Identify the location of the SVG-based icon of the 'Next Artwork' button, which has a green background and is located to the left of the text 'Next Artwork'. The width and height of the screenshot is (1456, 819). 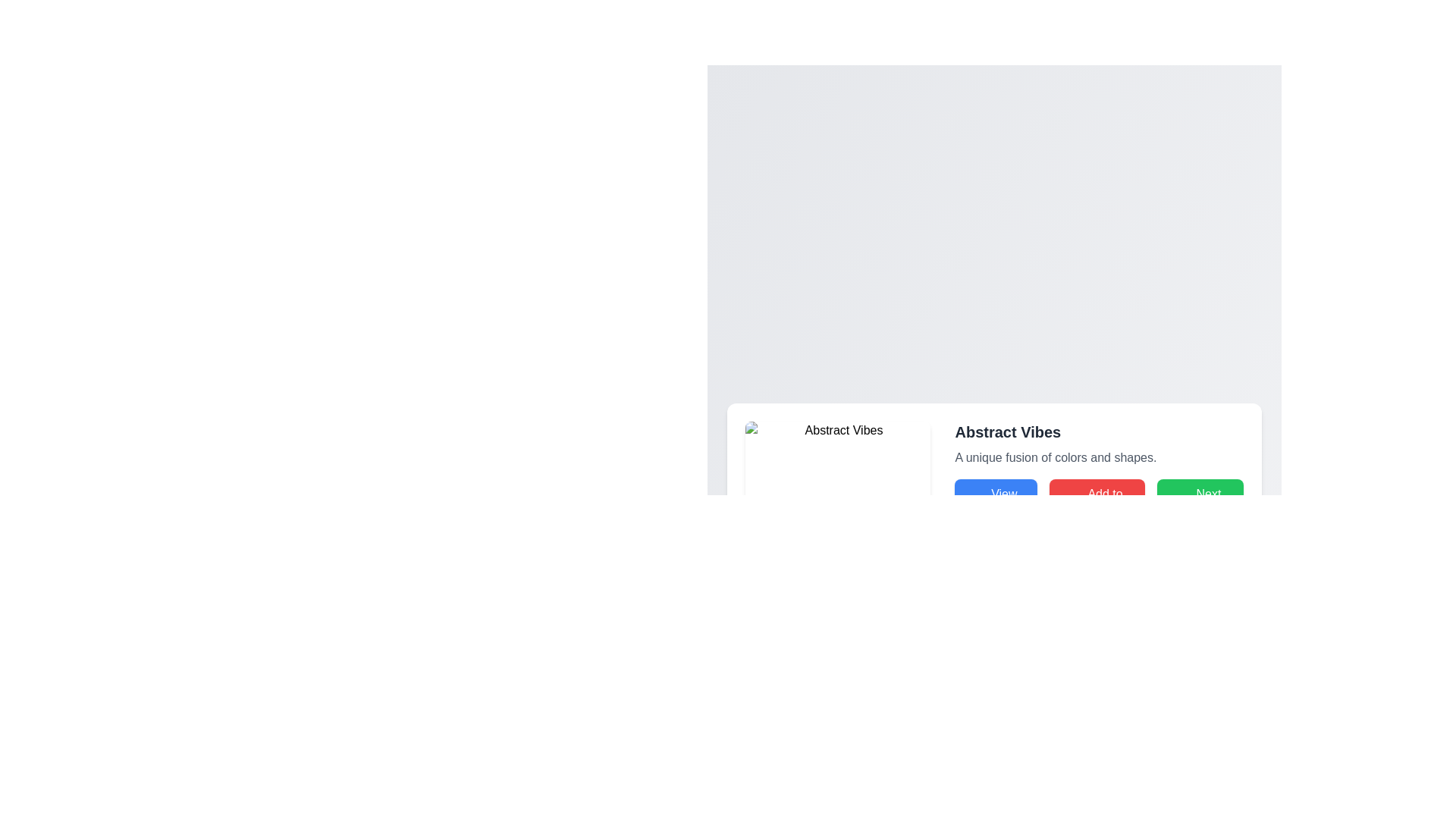
(1173, 503).